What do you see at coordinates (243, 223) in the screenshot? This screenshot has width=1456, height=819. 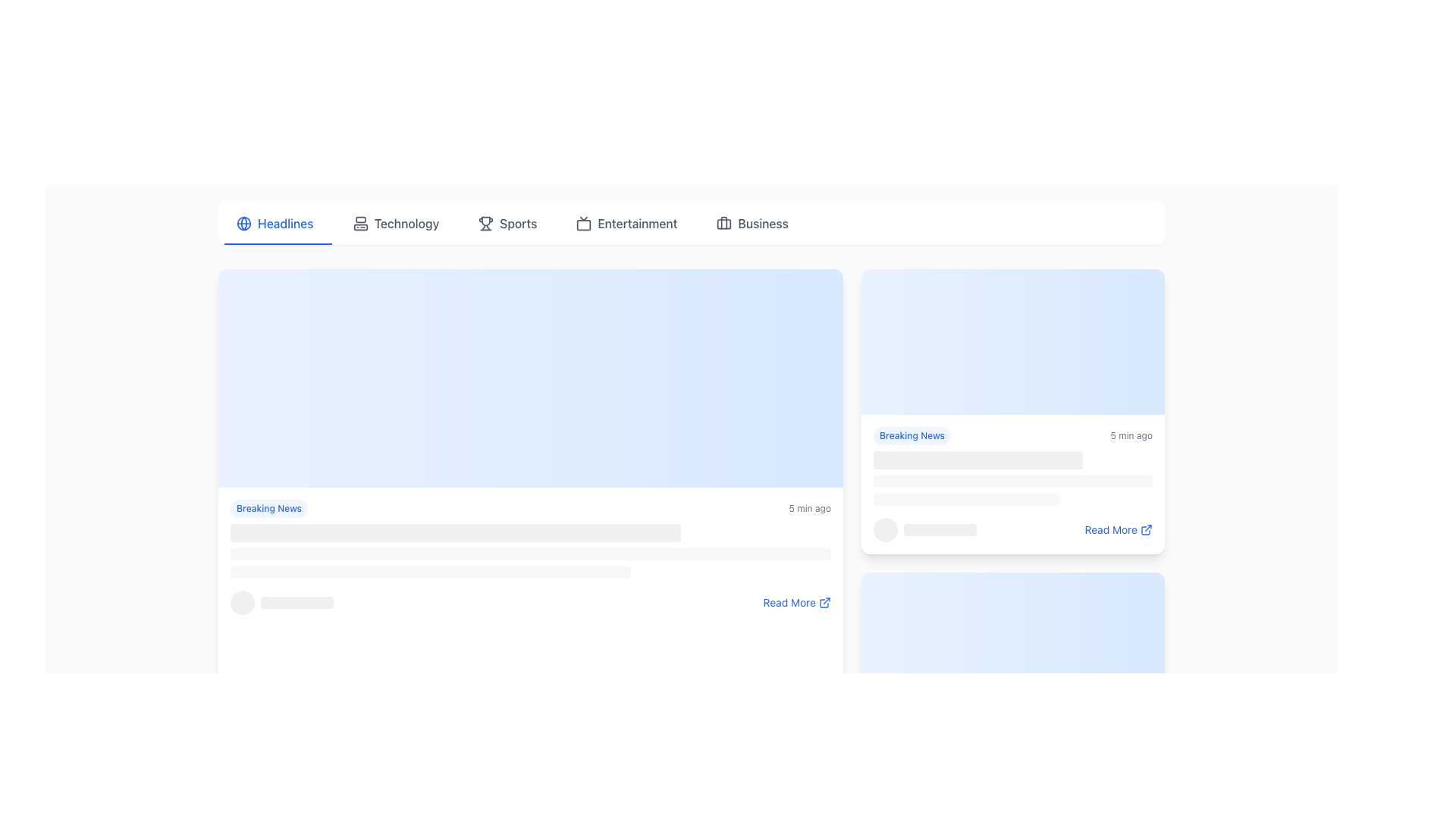 I see `the circular globe icon, which is outlined in blue and located to the left of the 'Headlines' text in the navigation menu` at bounding box center [243, 223].